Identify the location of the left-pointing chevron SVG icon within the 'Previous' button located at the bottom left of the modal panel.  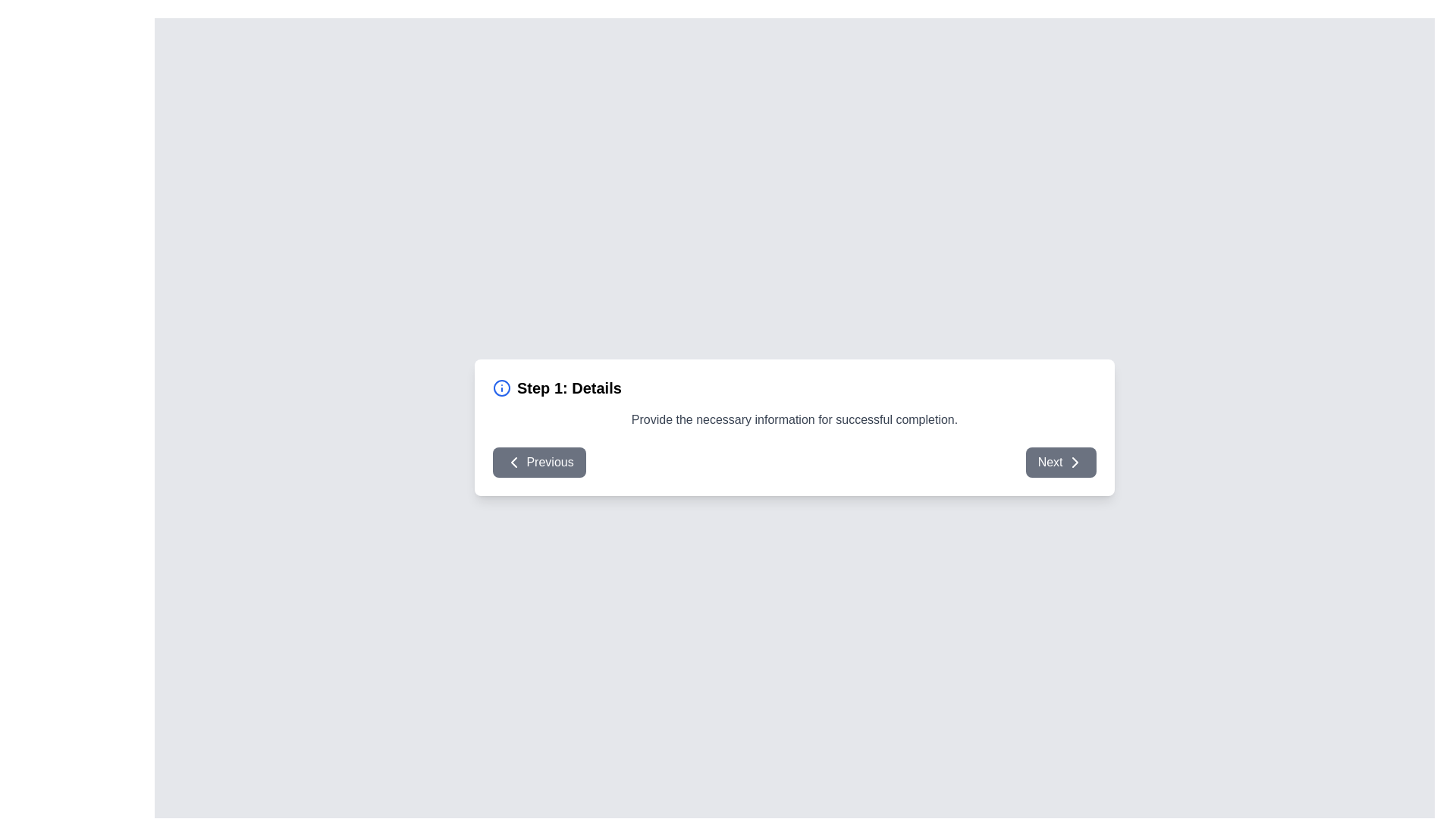
(513, 461).